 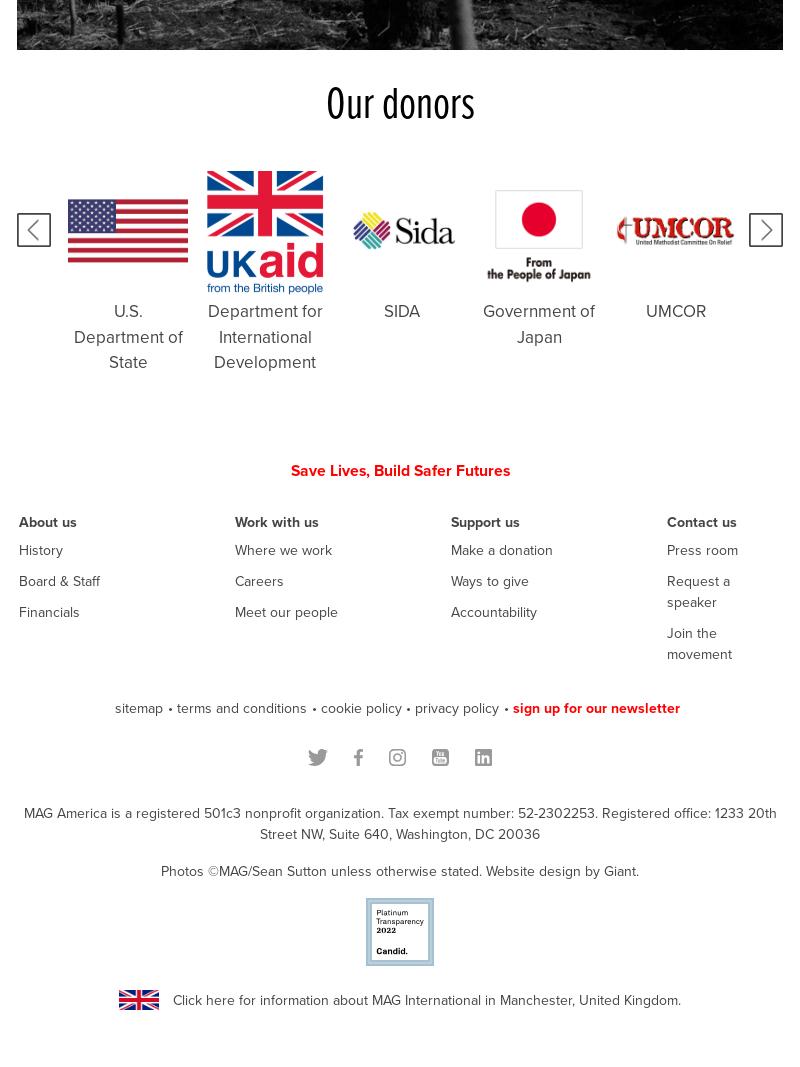 What do you see at coordinates (276, 521) in the screenshot?
I see `'Work with us'` at bounding box center [276, 521].